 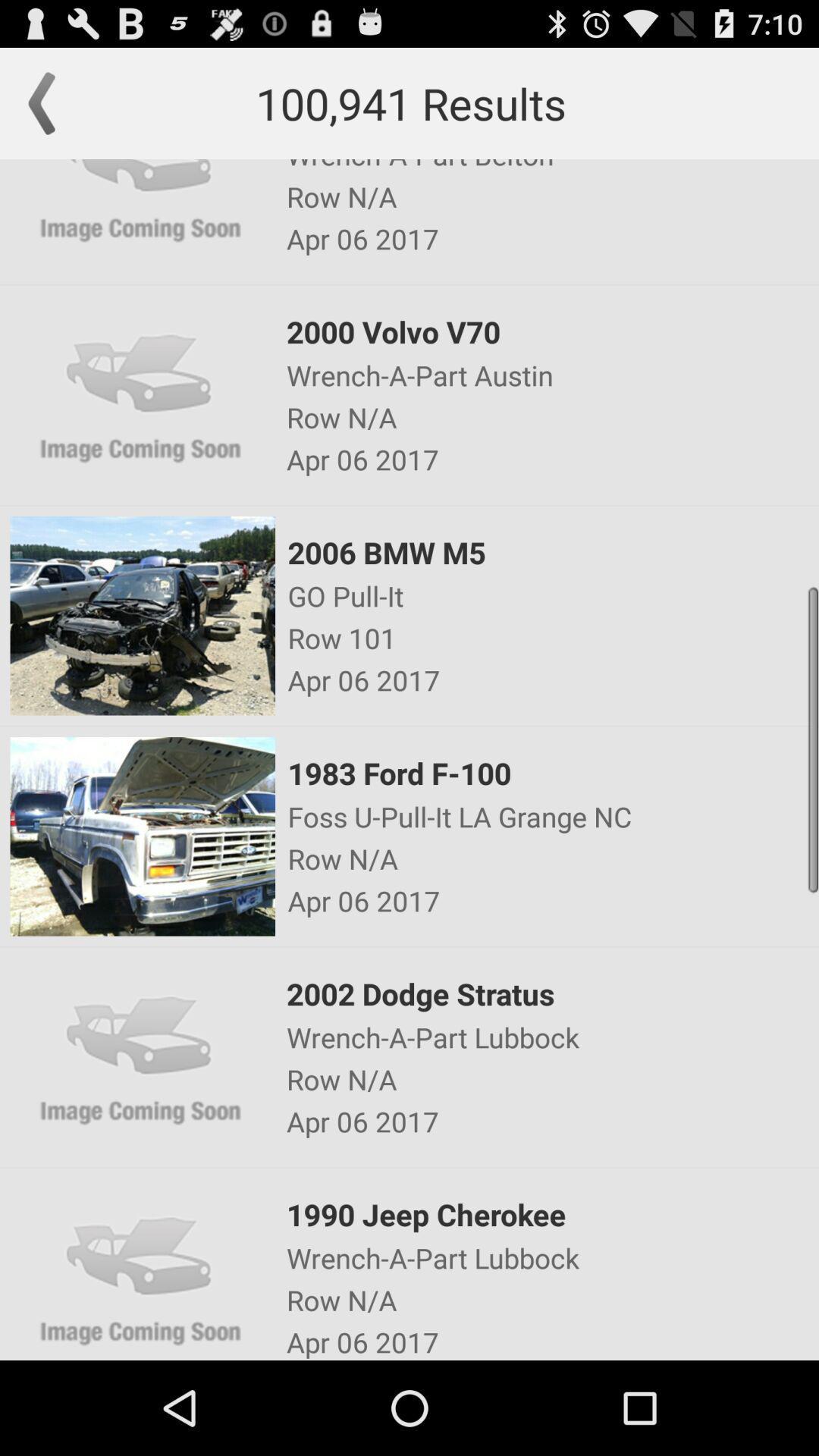 What do you see at coordinates (552, 551) in the screenshot?
I see `the item below apr 06 2017 app` at bounding box center [552, 551].